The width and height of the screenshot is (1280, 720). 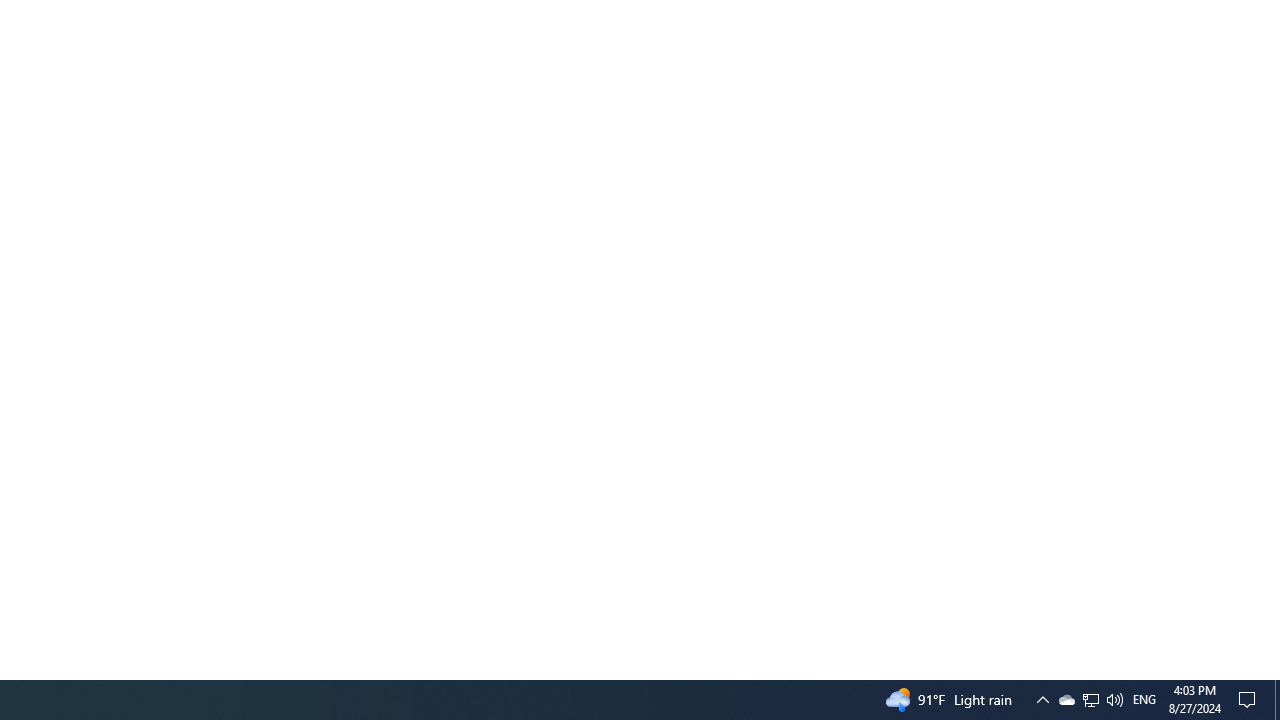 What do you see at coordinates (1089, 698) in the screenshot?
I see `'Tray Input Indicator - English (United States)'` at bounding box center [1089, 698].